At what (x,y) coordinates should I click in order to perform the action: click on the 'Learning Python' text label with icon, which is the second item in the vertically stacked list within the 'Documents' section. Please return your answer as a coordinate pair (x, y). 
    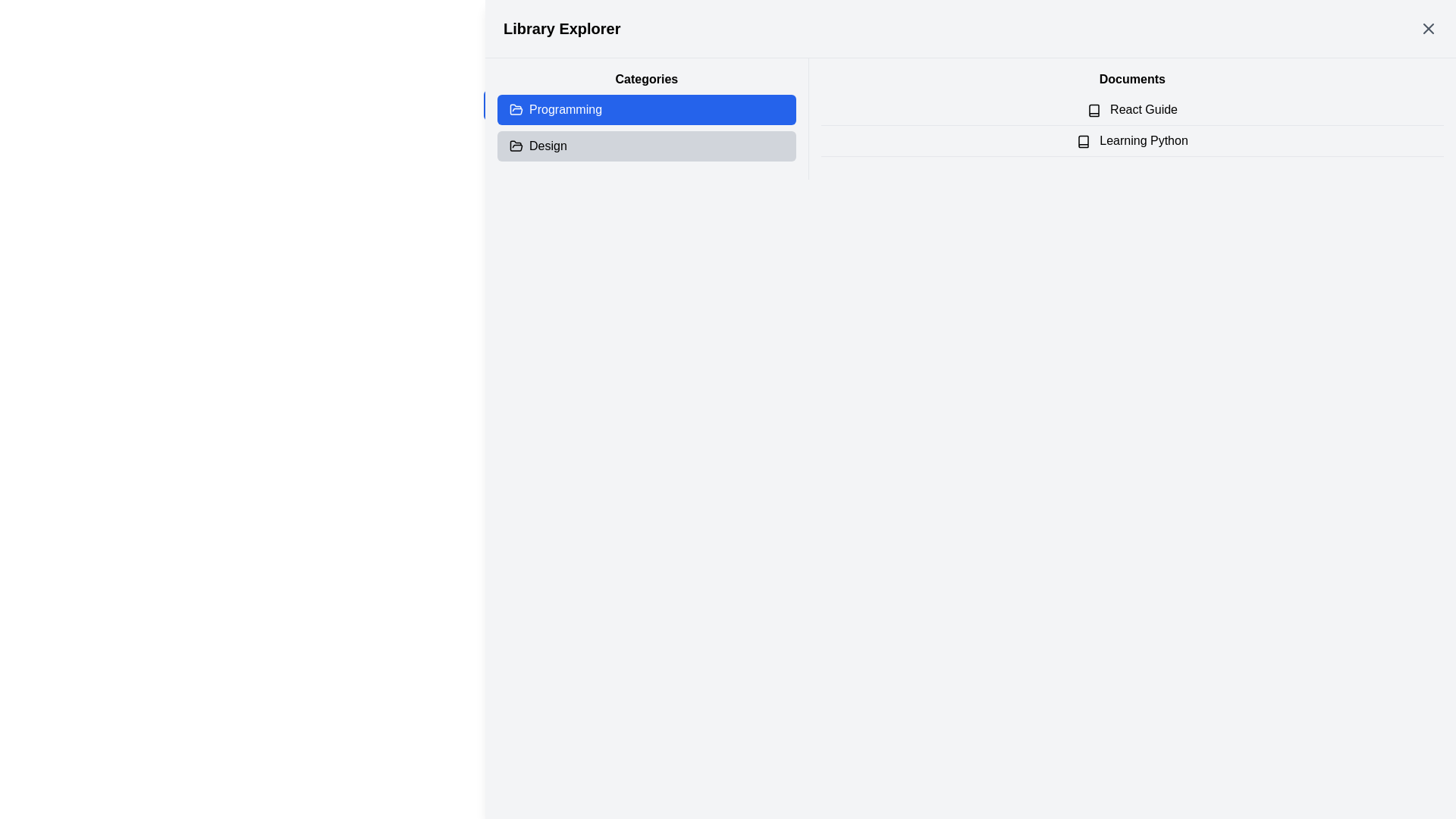
    Looking at the image, I should click on (1132, 141).